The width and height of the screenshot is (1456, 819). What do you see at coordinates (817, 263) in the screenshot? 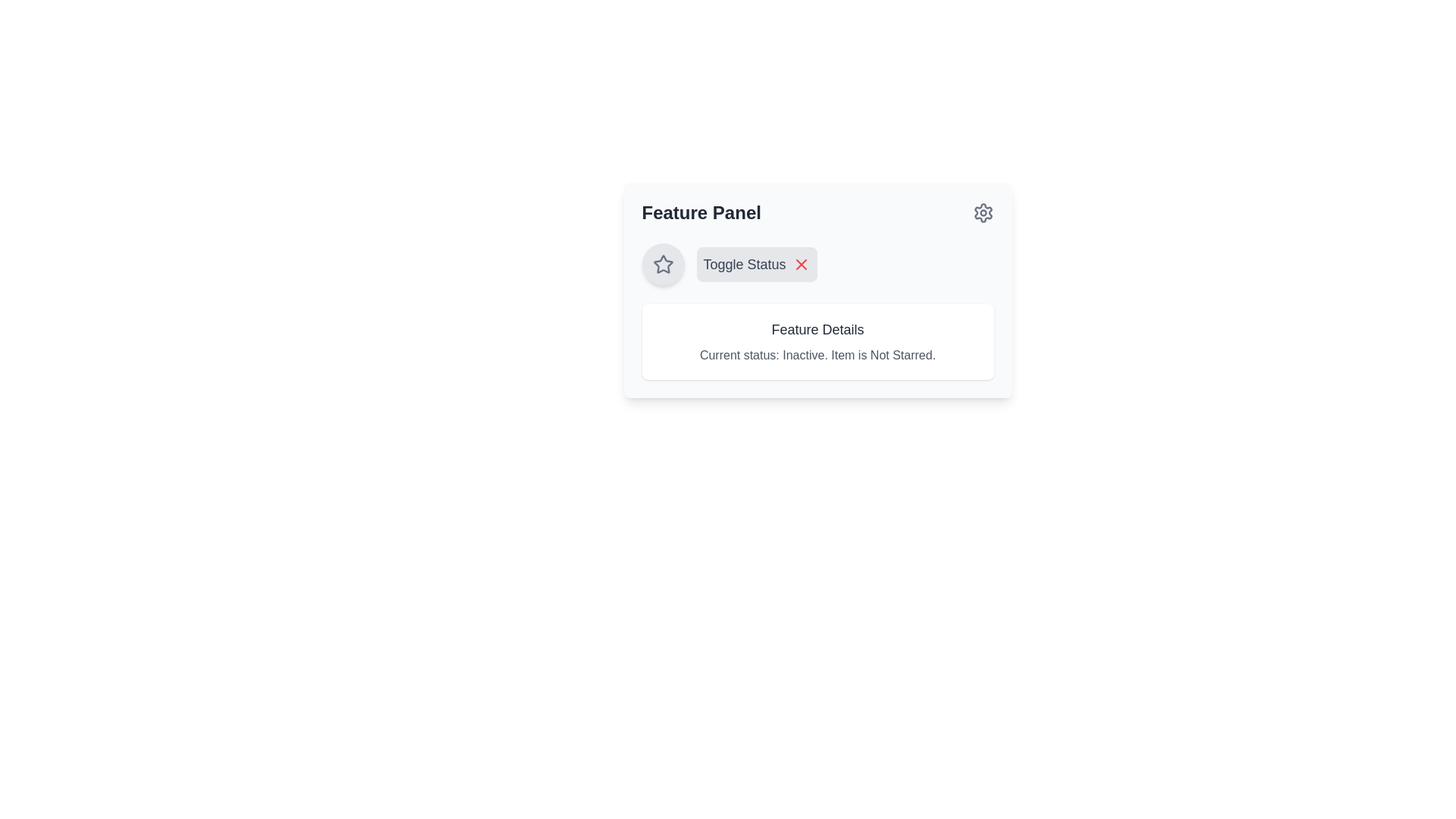
I see `the 'Toggle Status' interactive button located within the 'Feature Panel', which has a star icon on the left and a small red 'X' icon on the right` at bounding box center [817, 263].